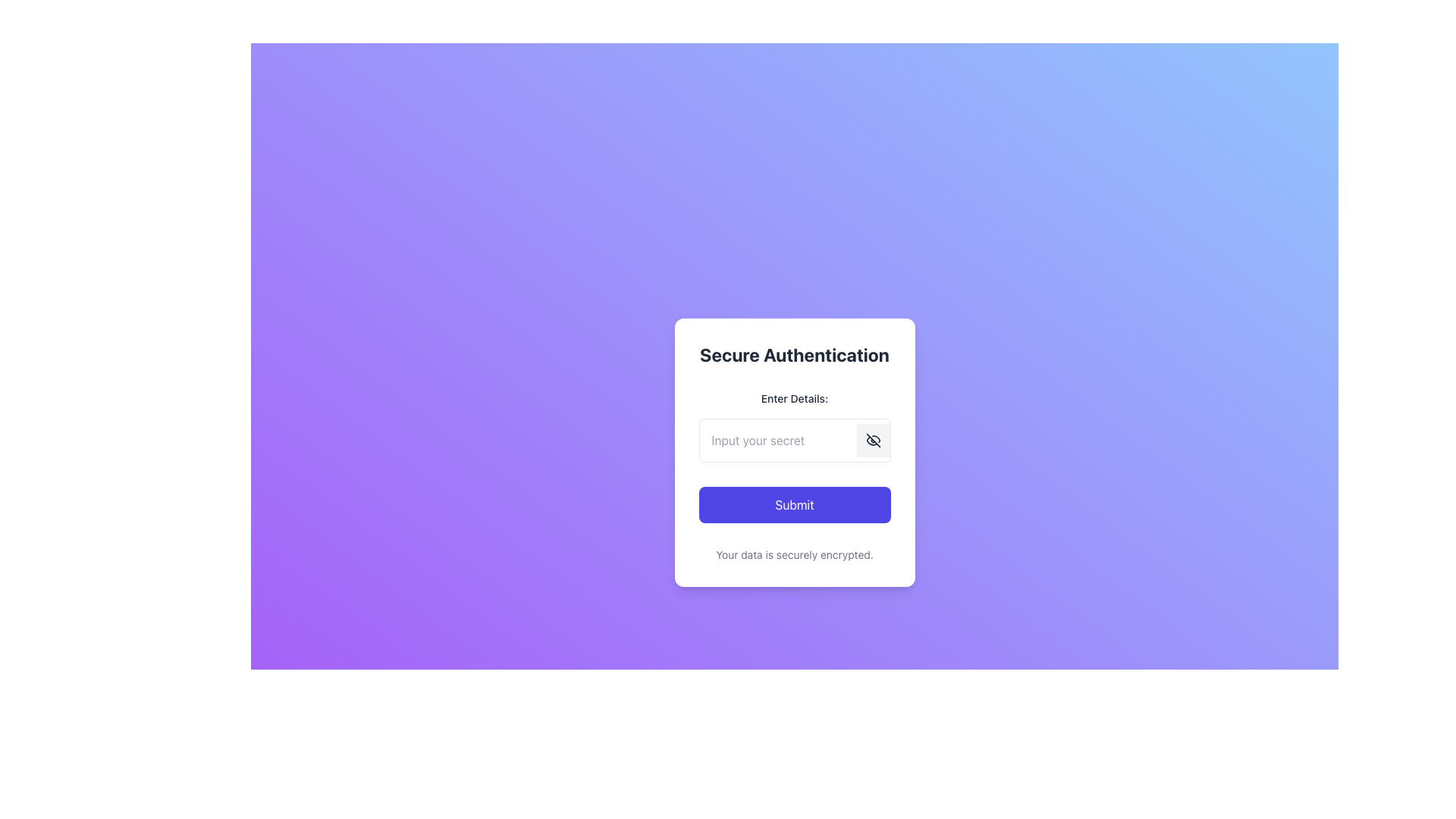 This screenshot has width=1456, height=819. What do you see at coordinates (873, 441) in the screenshot?
I see `the toggle button for hiding or showing the password, which is a rectangular button with a light gray background and a crossed-out eye icon, located at the right edge of the input field` at bounding box center [873, 441].